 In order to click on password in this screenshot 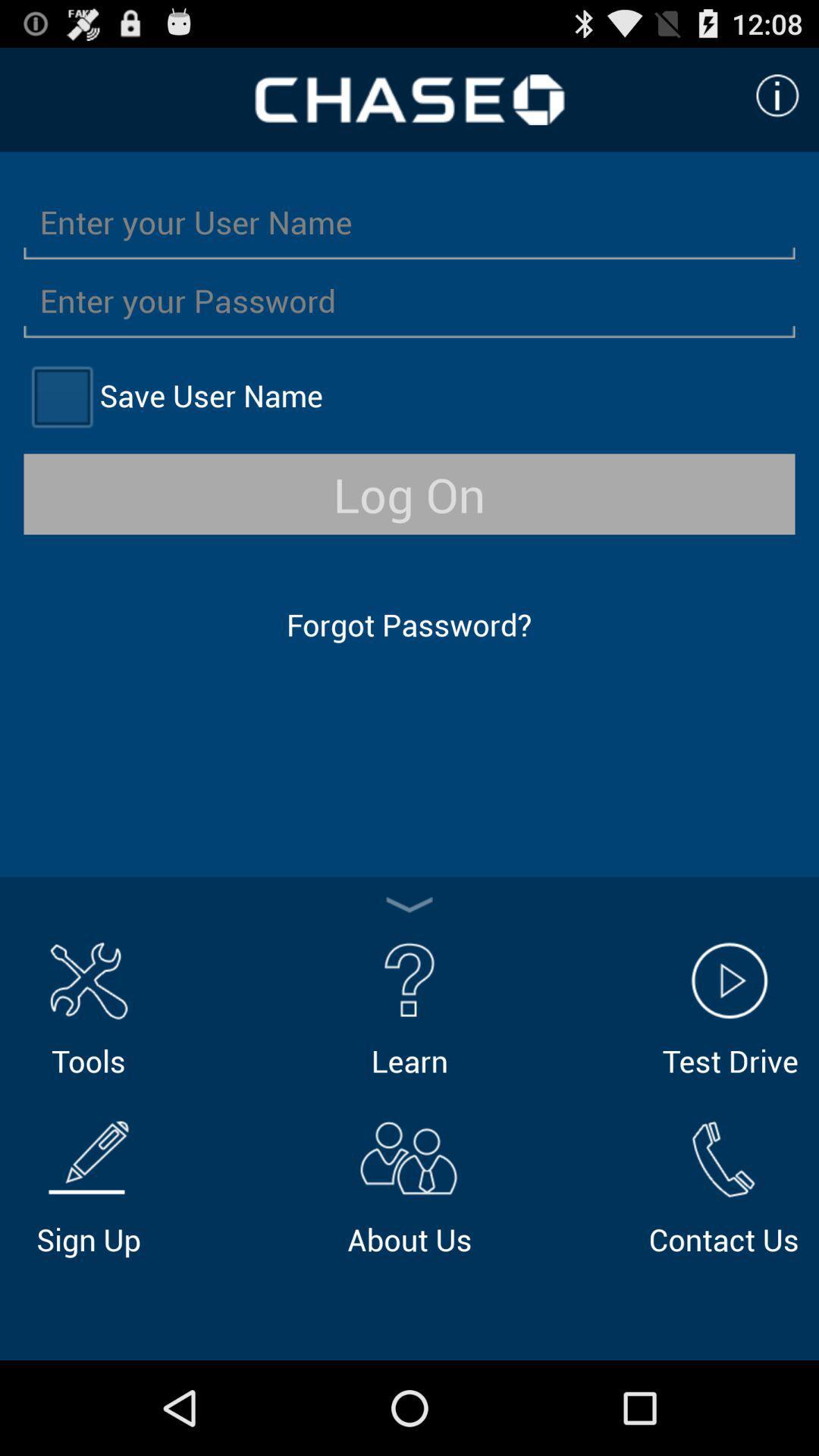, I will do `click(409, 300)`.